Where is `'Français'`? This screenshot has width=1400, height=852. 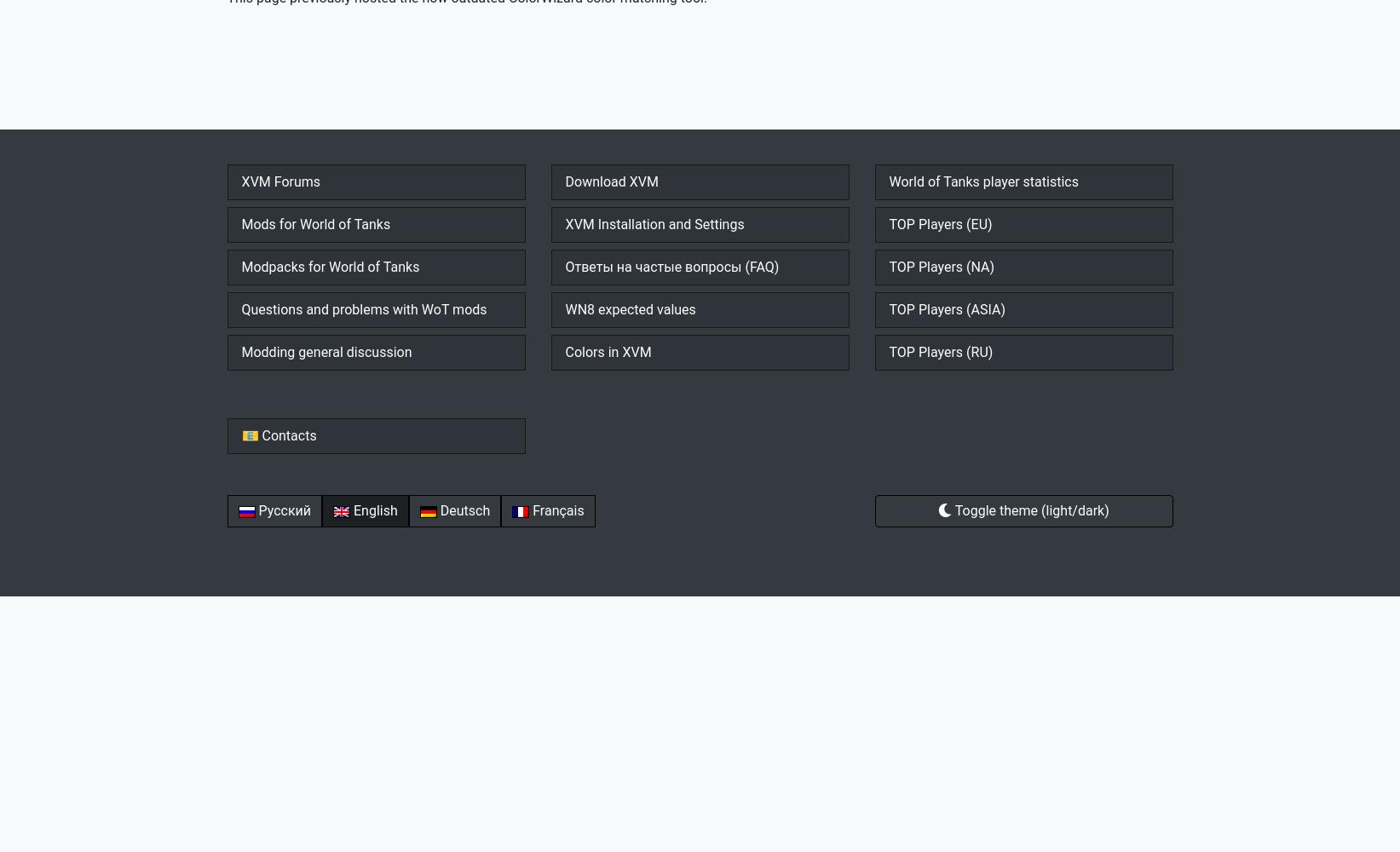 'Français' is located at coordinates (555, 509).